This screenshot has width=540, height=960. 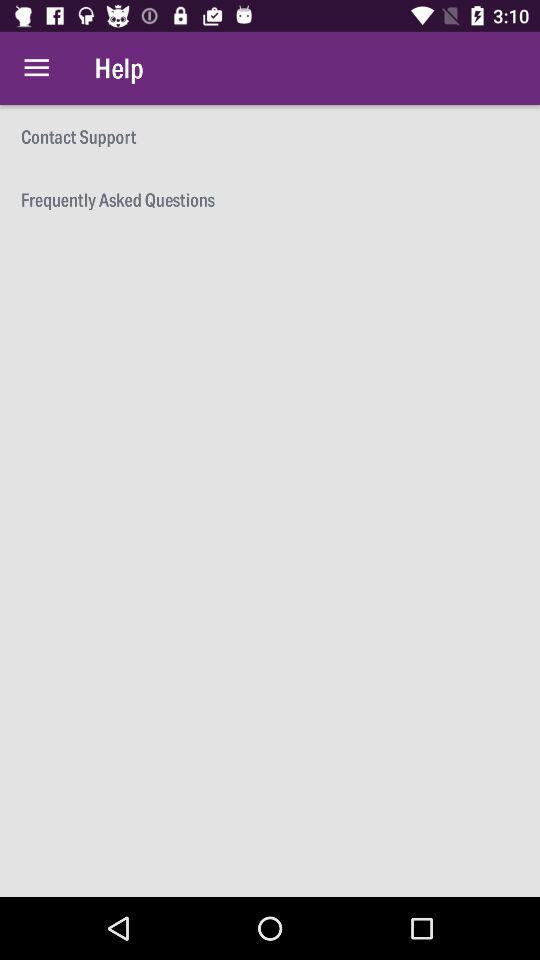 What do you see at coordinates (270, 135) in the screenshot?
I see `contact support item` at bounding box center [270, 135].